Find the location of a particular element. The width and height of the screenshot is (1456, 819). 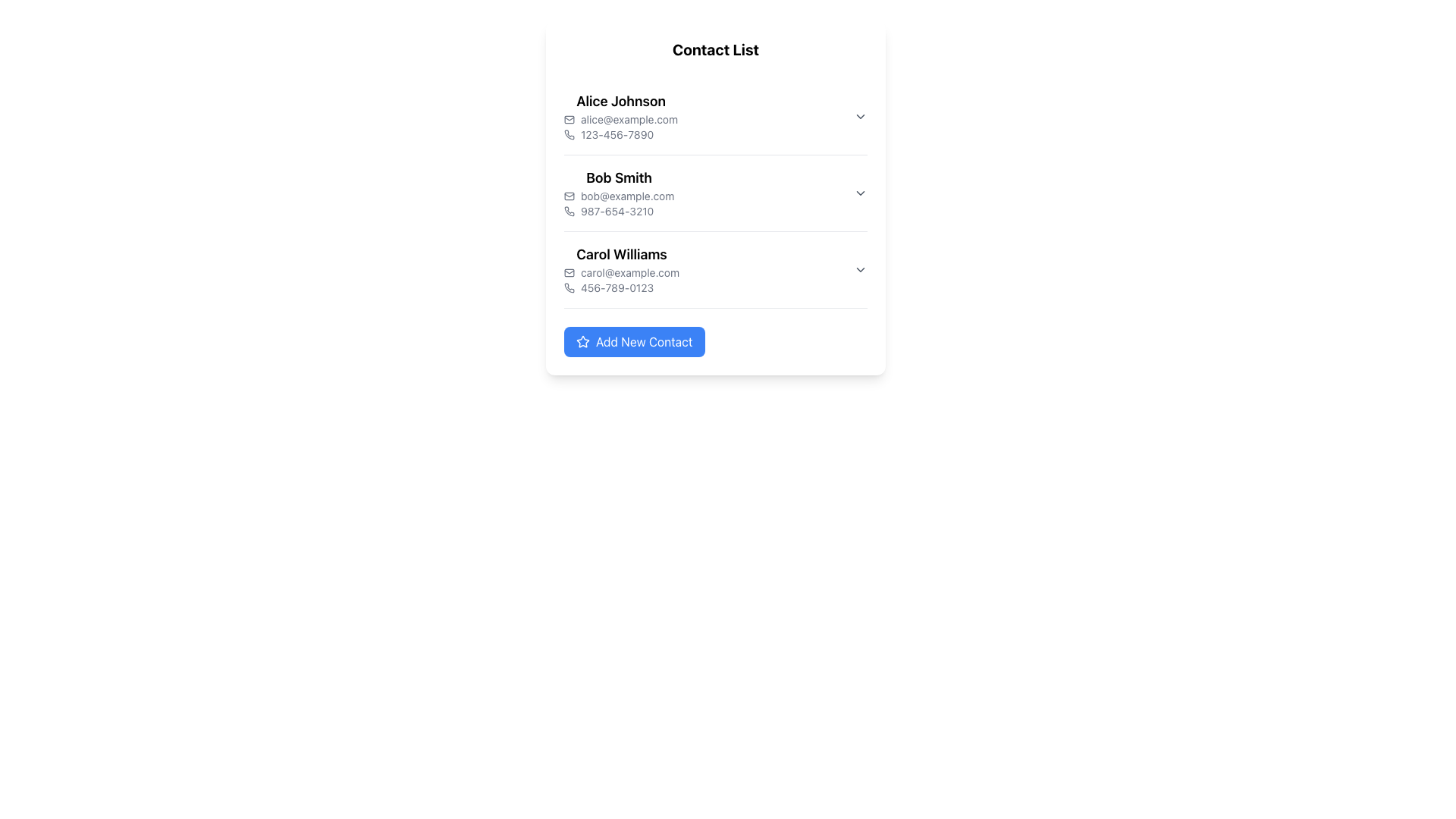

the small phone icon located to the left of the phone number '456-789-0123' in the contact list entry for 'Carol Williams' is located at coordinates (568, 288).